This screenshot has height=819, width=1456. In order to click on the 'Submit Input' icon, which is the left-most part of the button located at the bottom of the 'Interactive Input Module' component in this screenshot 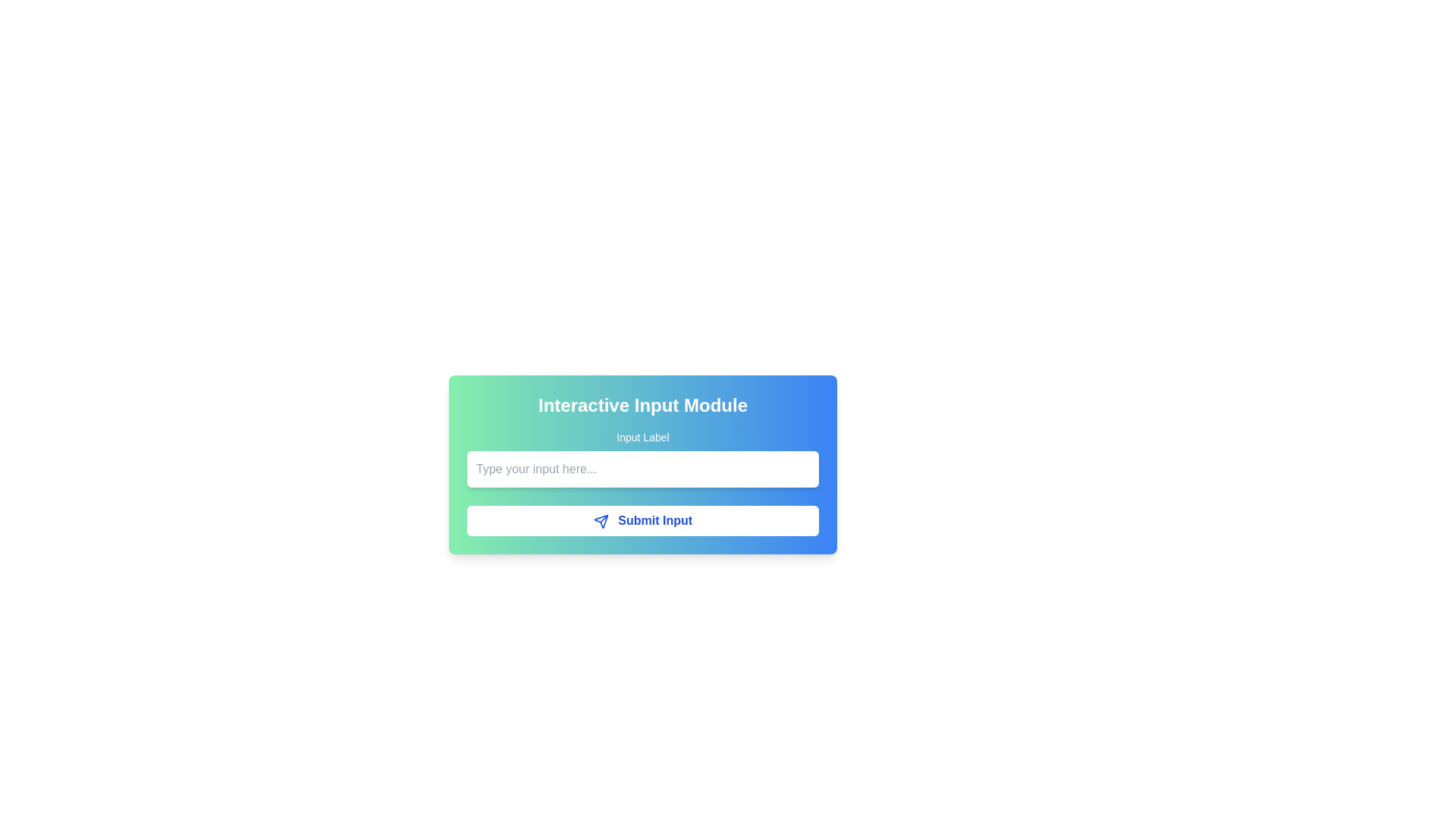, I will do `click(600, 520)`.